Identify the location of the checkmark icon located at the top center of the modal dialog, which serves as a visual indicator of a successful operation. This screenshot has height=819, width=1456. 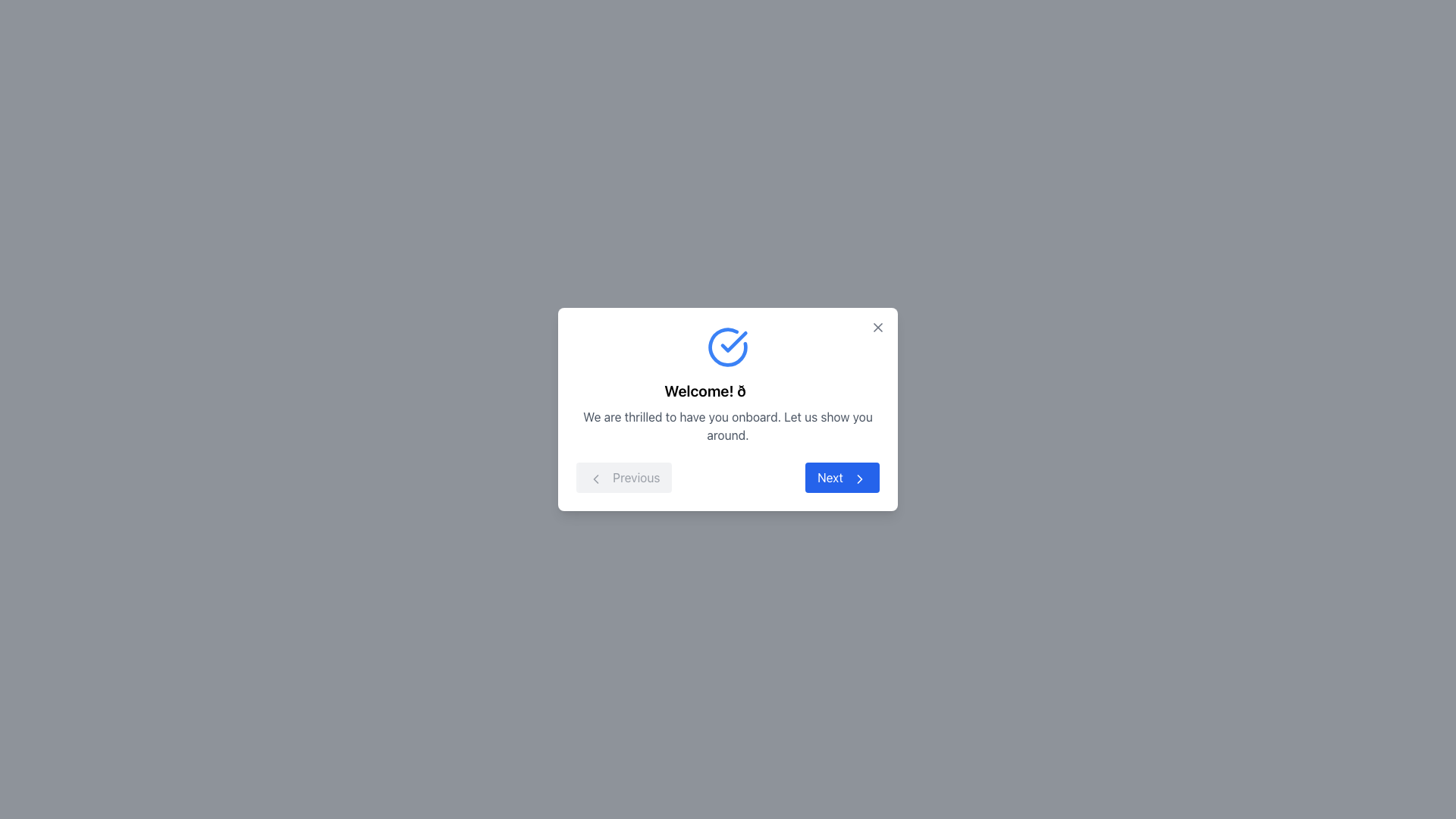
(734, 342).